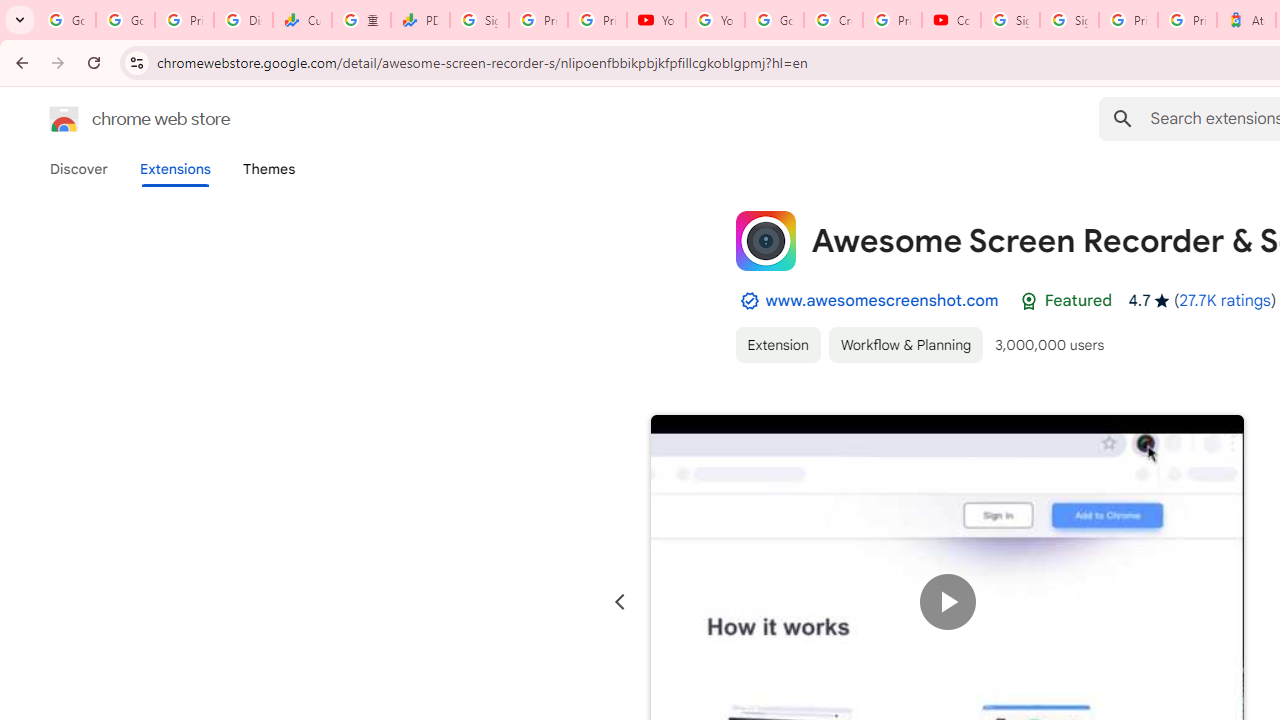 The image size is (1280, 720). I want to click on 'Currencies - Google Finance', so click(301, 20).